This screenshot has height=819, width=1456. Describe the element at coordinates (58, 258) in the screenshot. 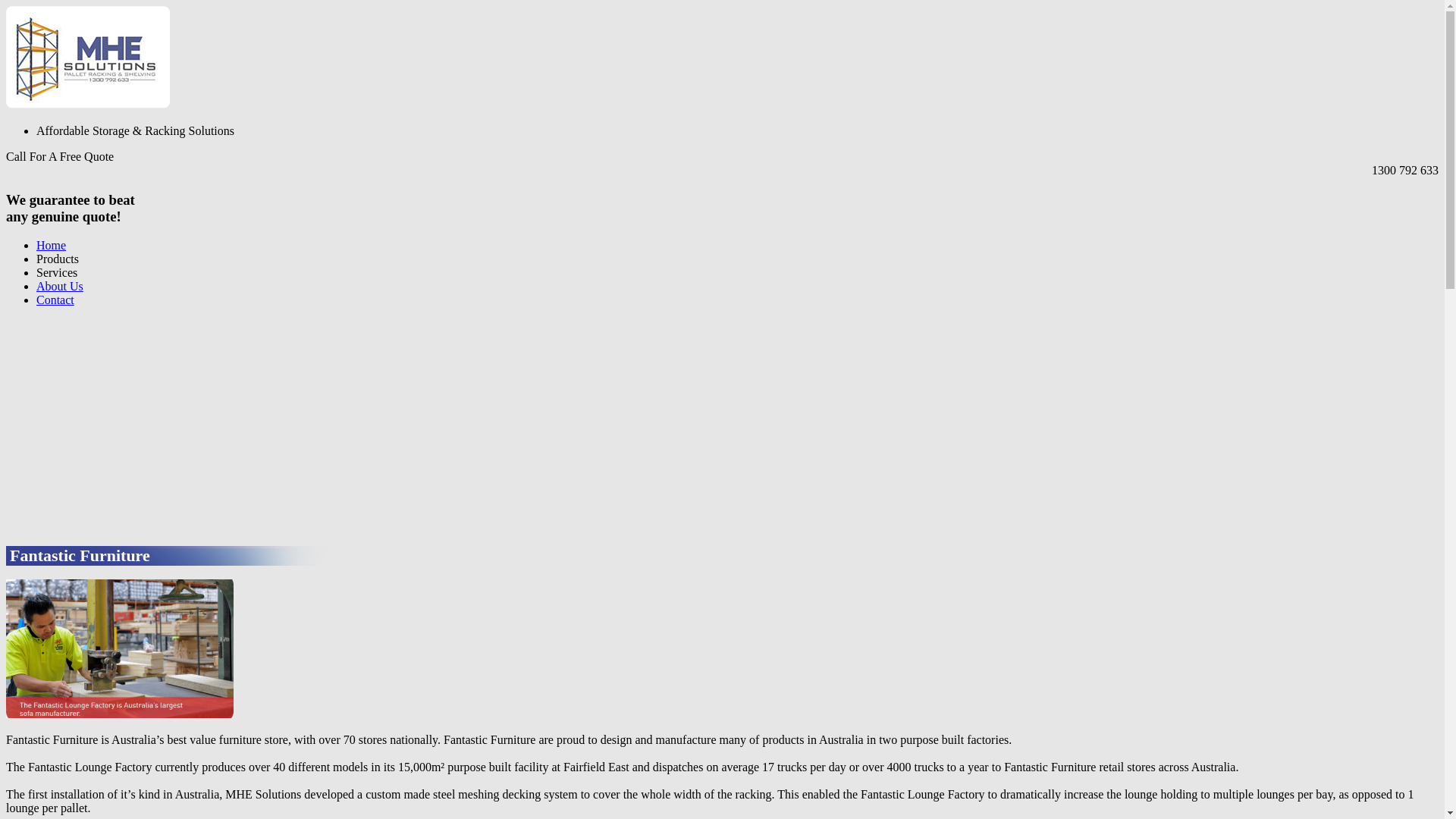

I see `'Products'` at that location.